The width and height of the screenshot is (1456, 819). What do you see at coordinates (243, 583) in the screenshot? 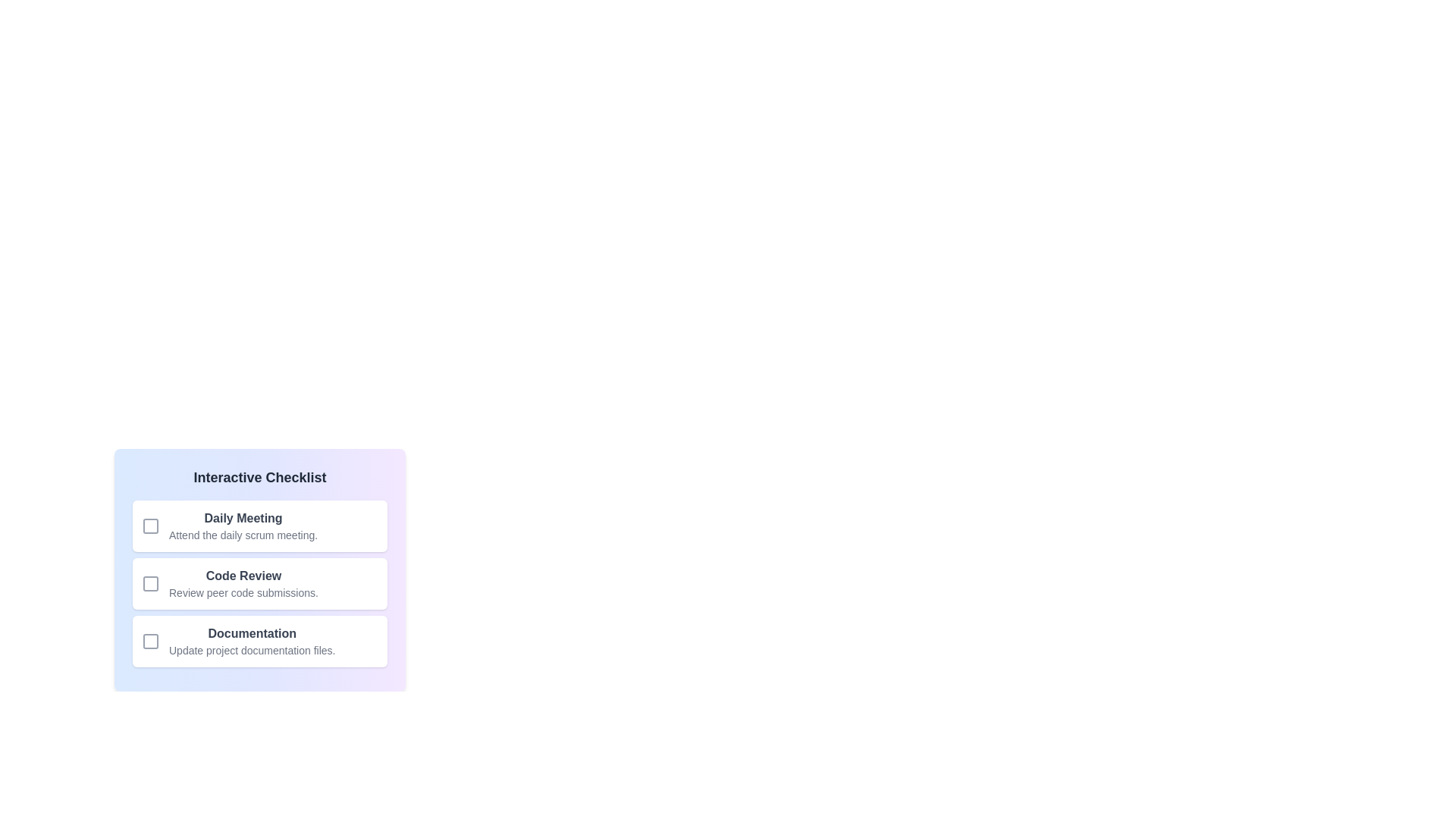
I see `the area near the 'Code Review' text in the checklist` at bounding box center [243, 583].